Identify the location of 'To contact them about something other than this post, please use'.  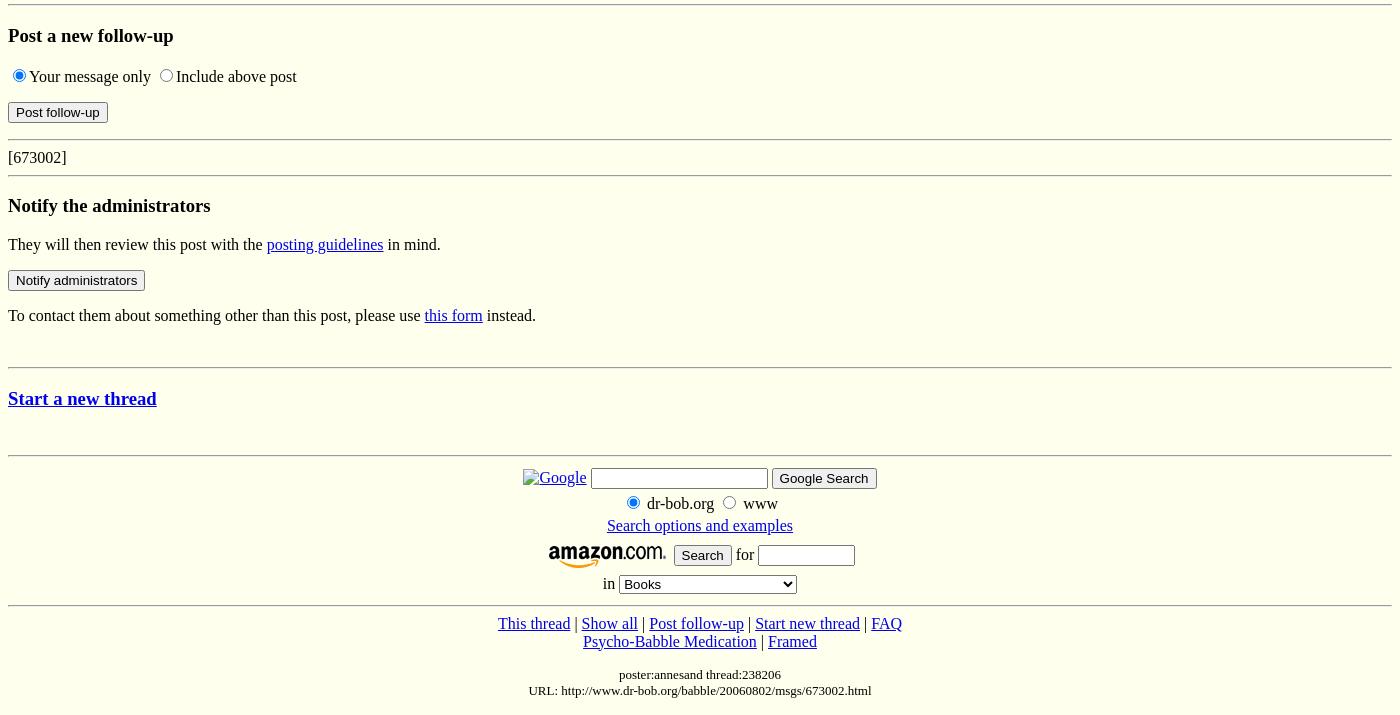
(216, 314).